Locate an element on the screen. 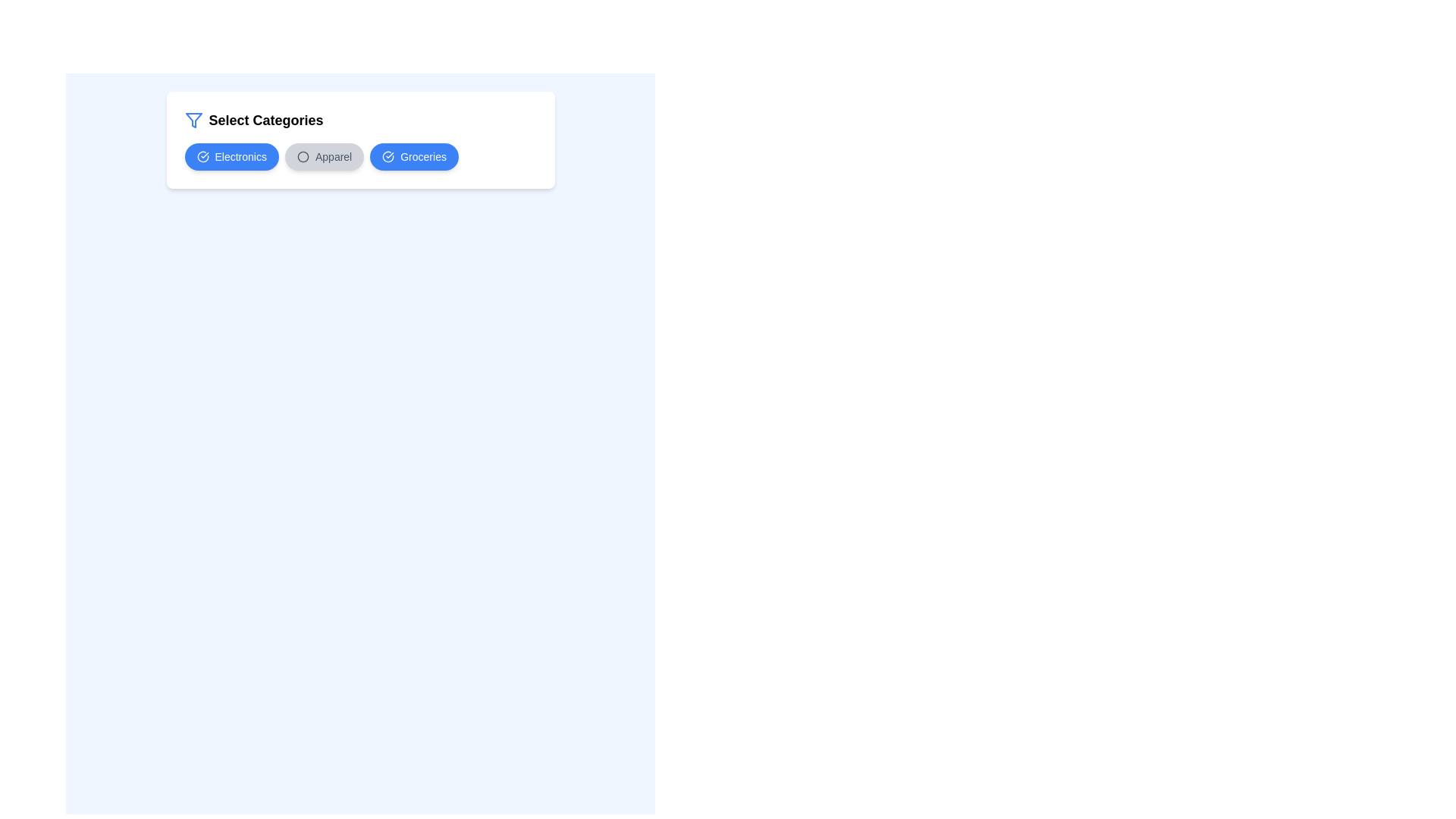  the category Apparel is located at coordinates (324, 157).